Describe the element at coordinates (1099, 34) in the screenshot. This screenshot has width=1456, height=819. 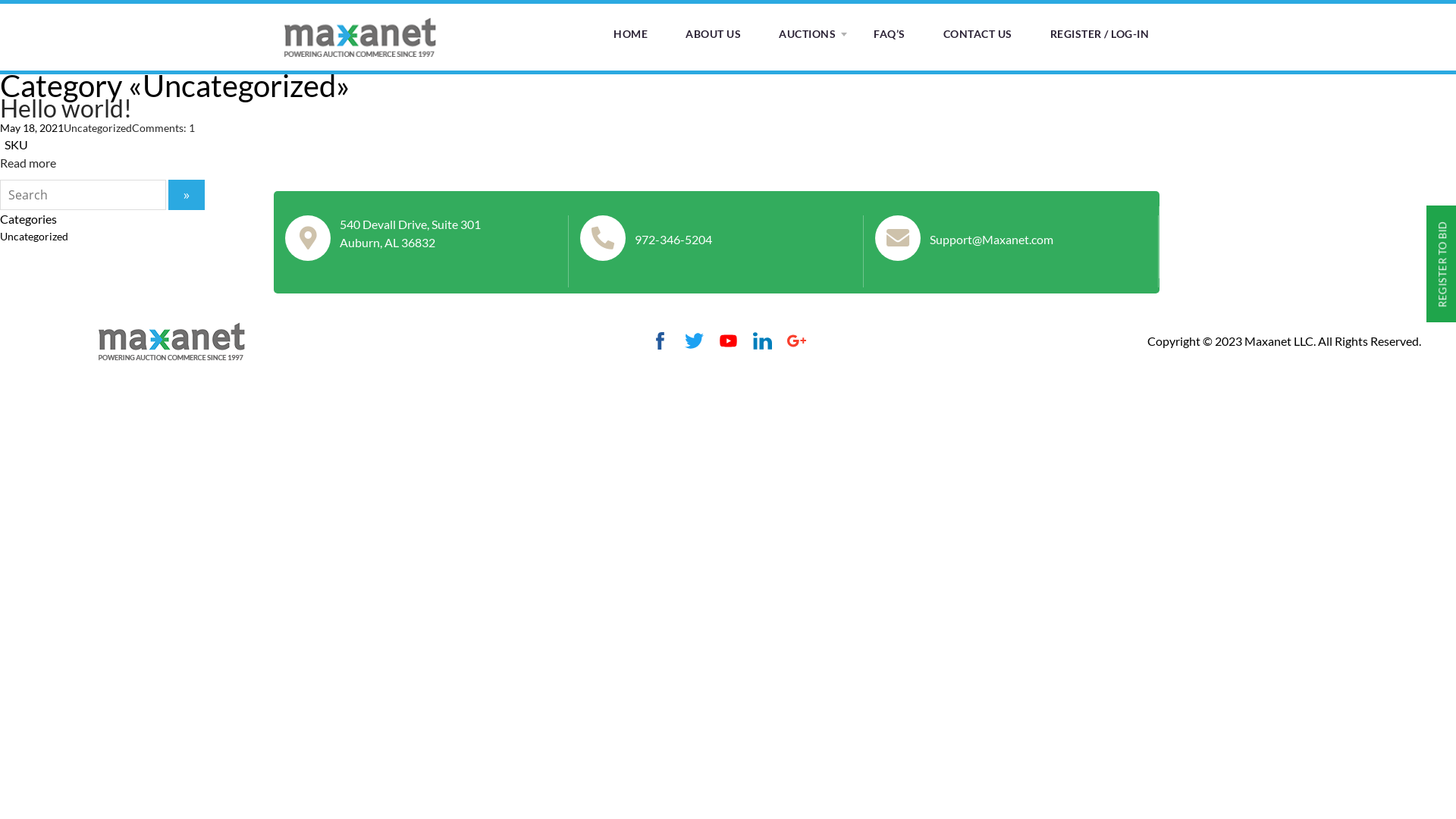
I see `'REGISTER / LOG-IN'` at that location.